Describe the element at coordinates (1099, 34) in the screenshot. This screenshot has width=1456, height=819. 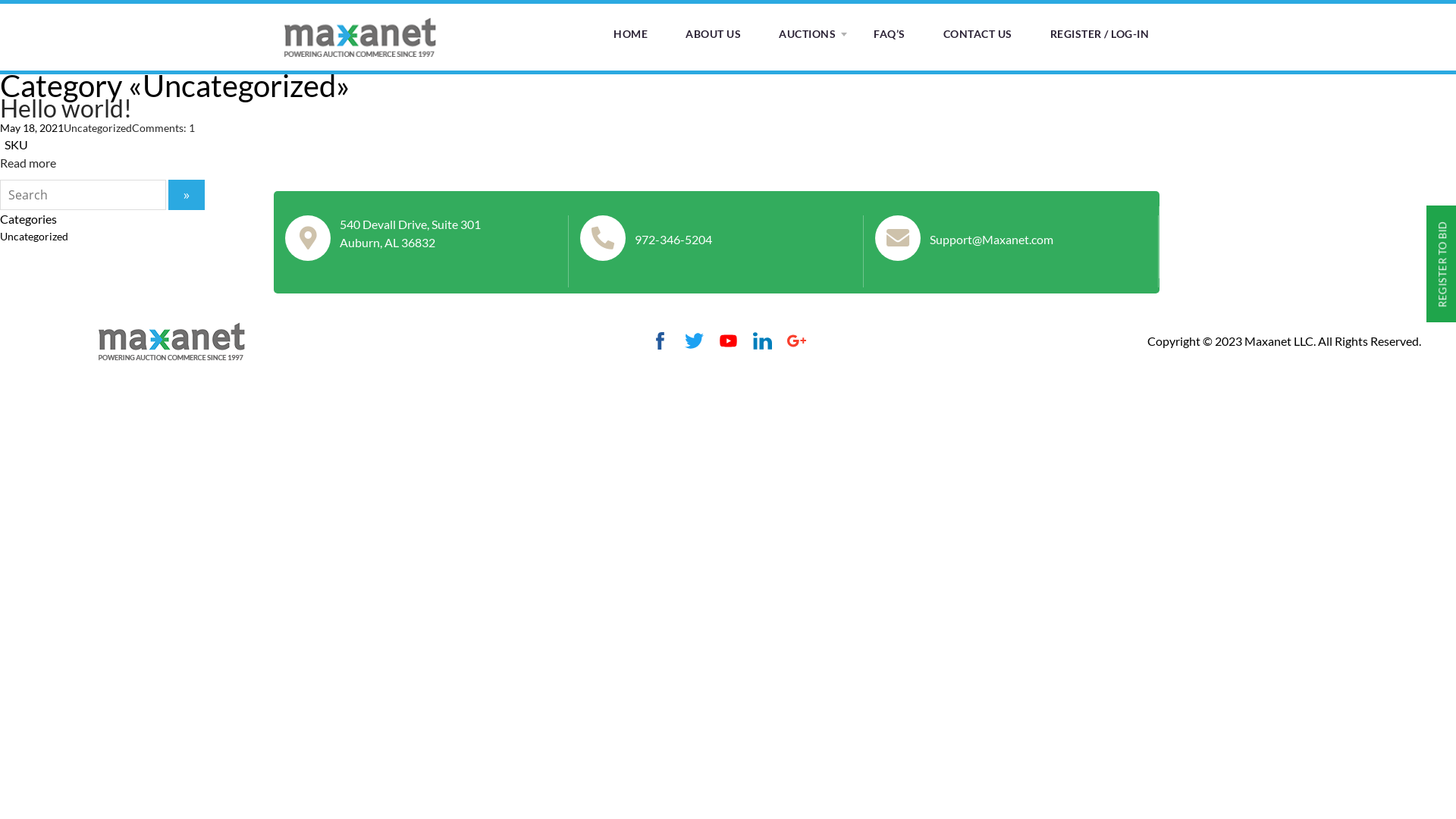
I see `'REGISTER / LOG-IN'` at that location.